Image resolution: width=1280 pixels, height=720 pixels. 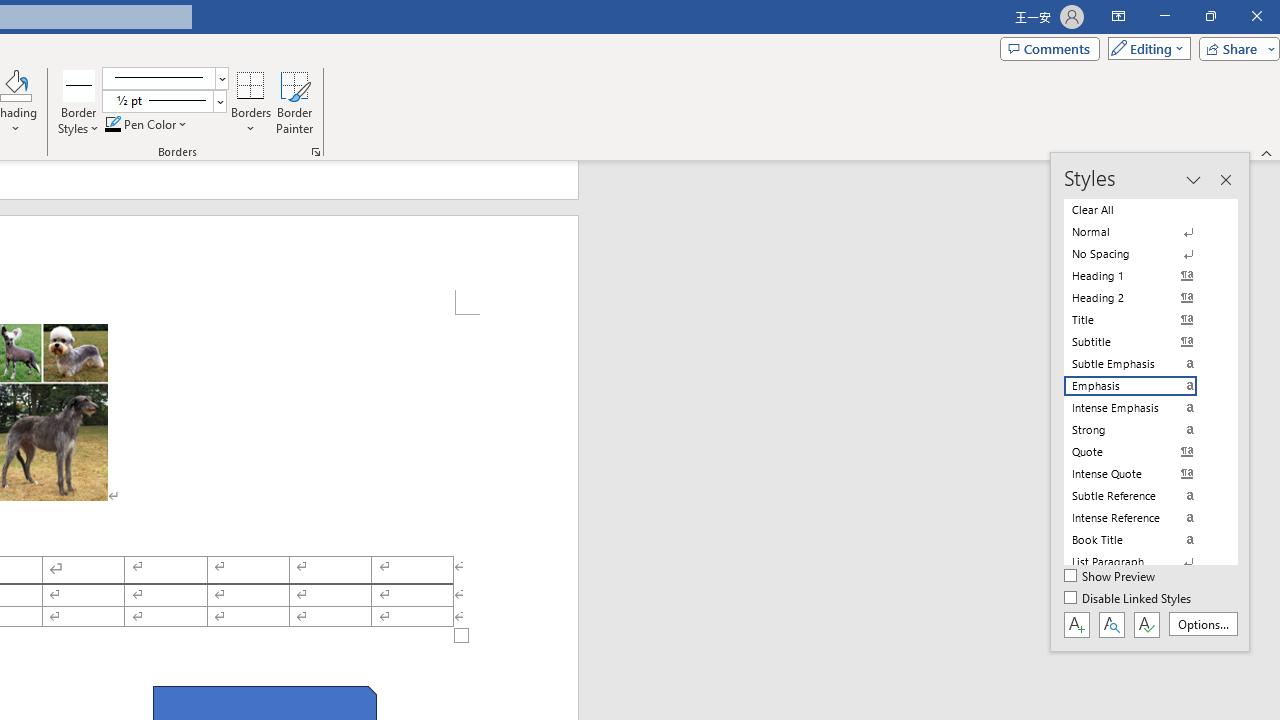 What do you see at coordinates (1142, 319) in the screenshot?
I see `'Title'` at bounding box center [1142, 319].